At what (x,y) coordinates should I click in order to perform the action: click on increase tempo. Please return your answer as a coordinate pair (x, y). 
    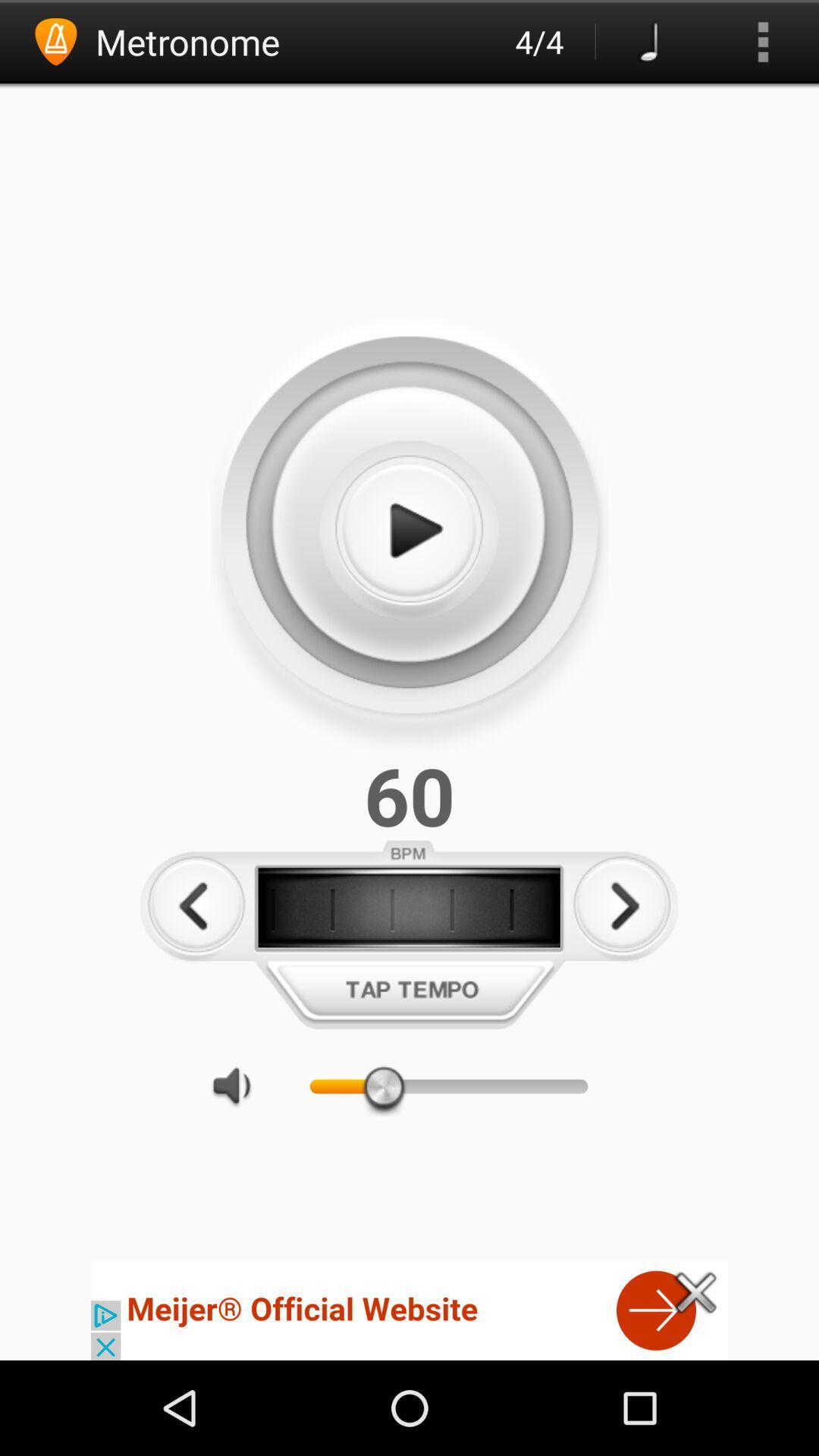
    Looking at the image, I should click on (622, 906).